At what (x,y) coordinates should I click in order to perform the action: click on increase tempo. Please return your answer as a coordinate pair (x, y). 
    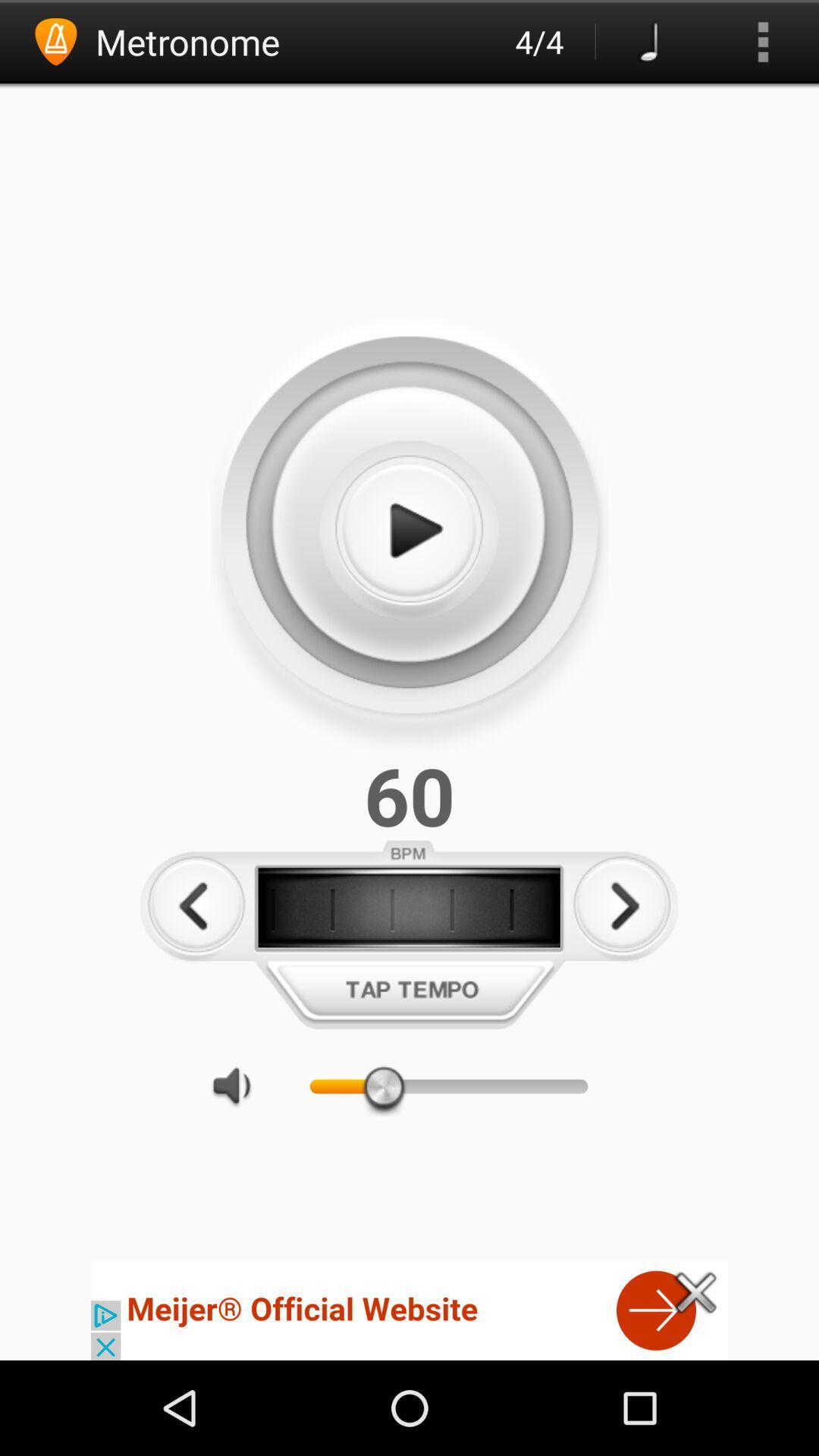
    Looking at the image, I should click on (622, 906).